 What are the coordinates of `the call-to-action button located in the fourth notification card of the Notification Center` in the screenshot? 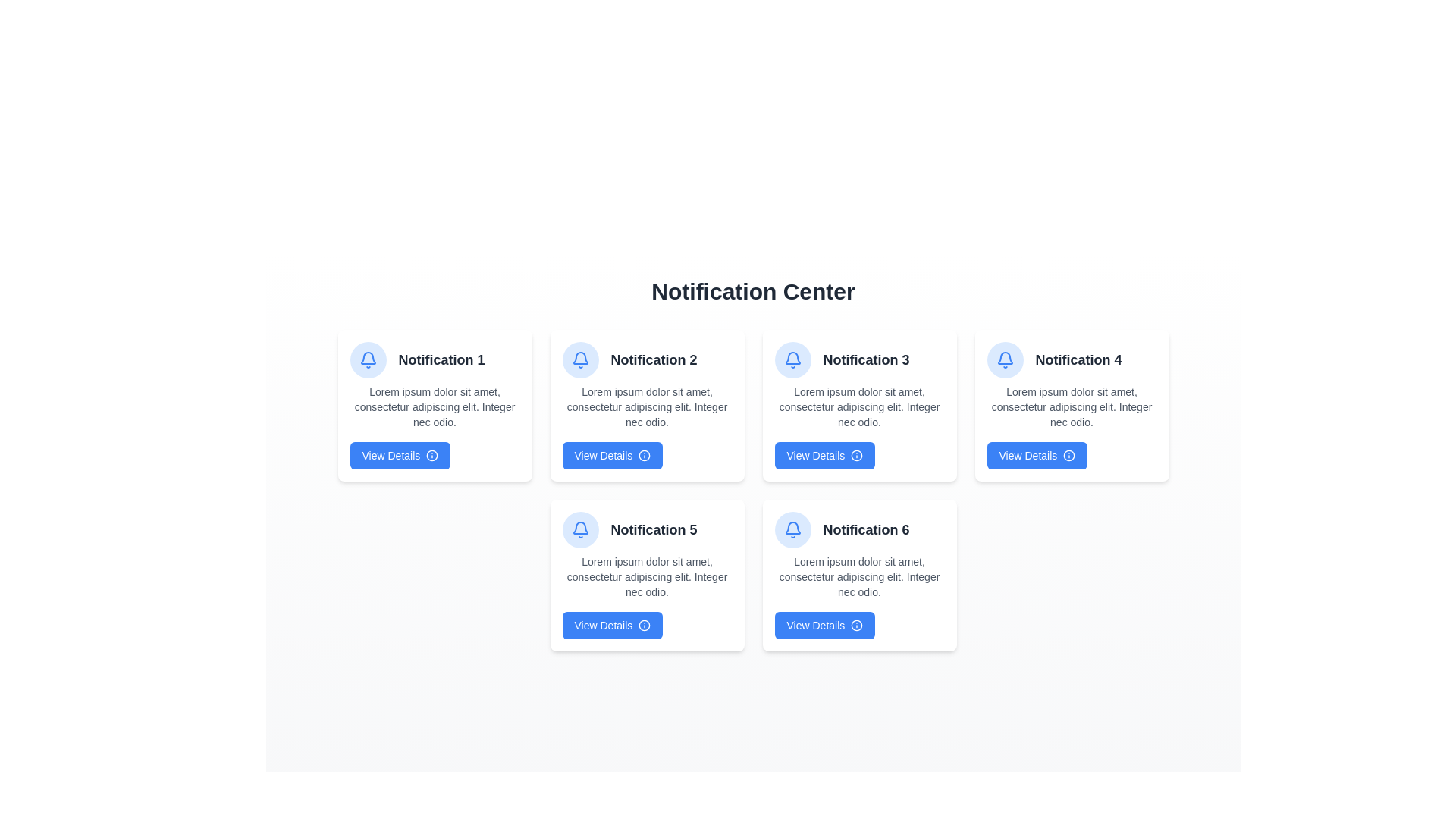 It's located at (1036, 455).